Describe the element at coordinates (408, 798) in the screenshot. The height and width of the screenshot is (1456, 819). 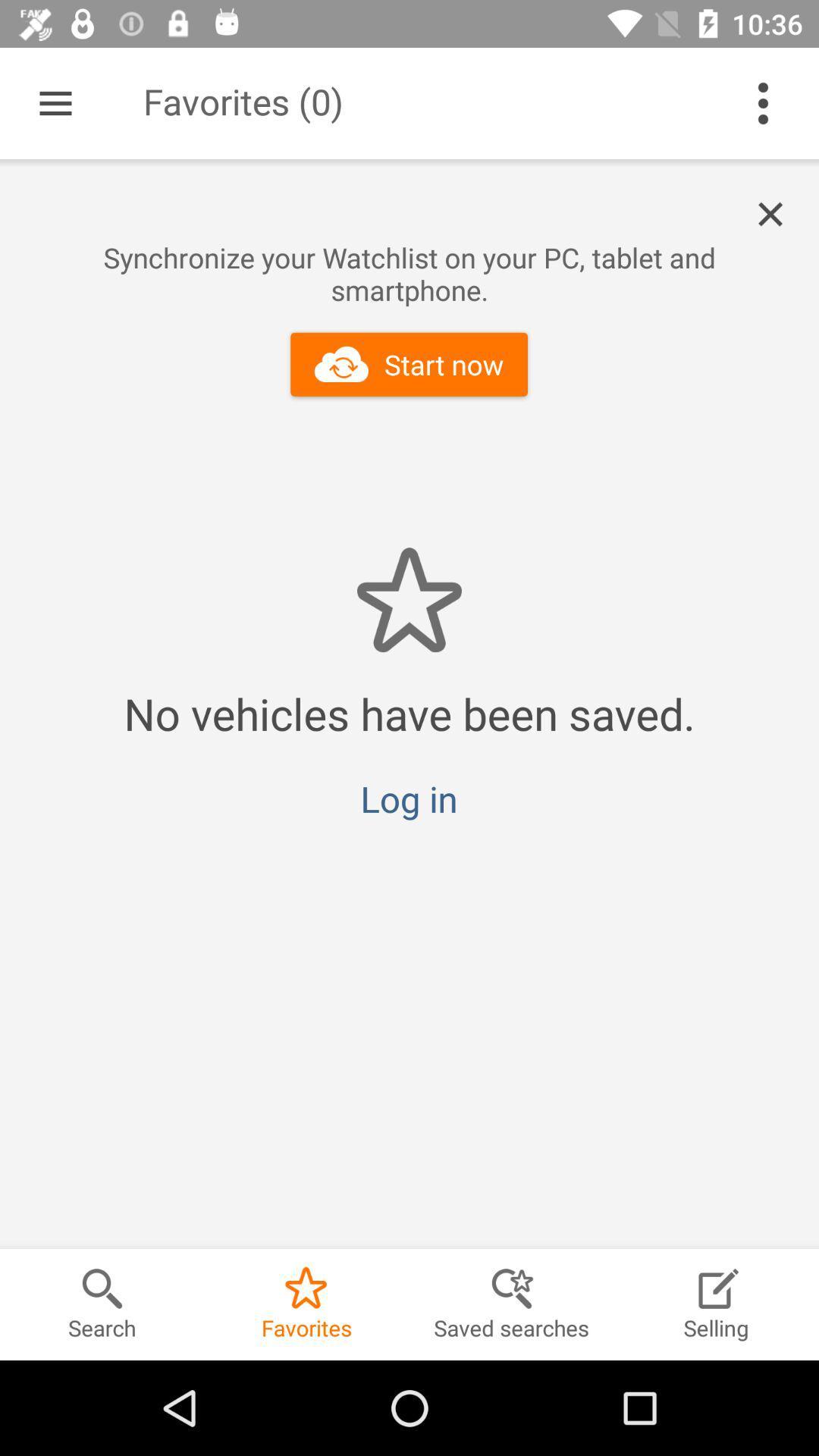
I see `the log in item` at that location.